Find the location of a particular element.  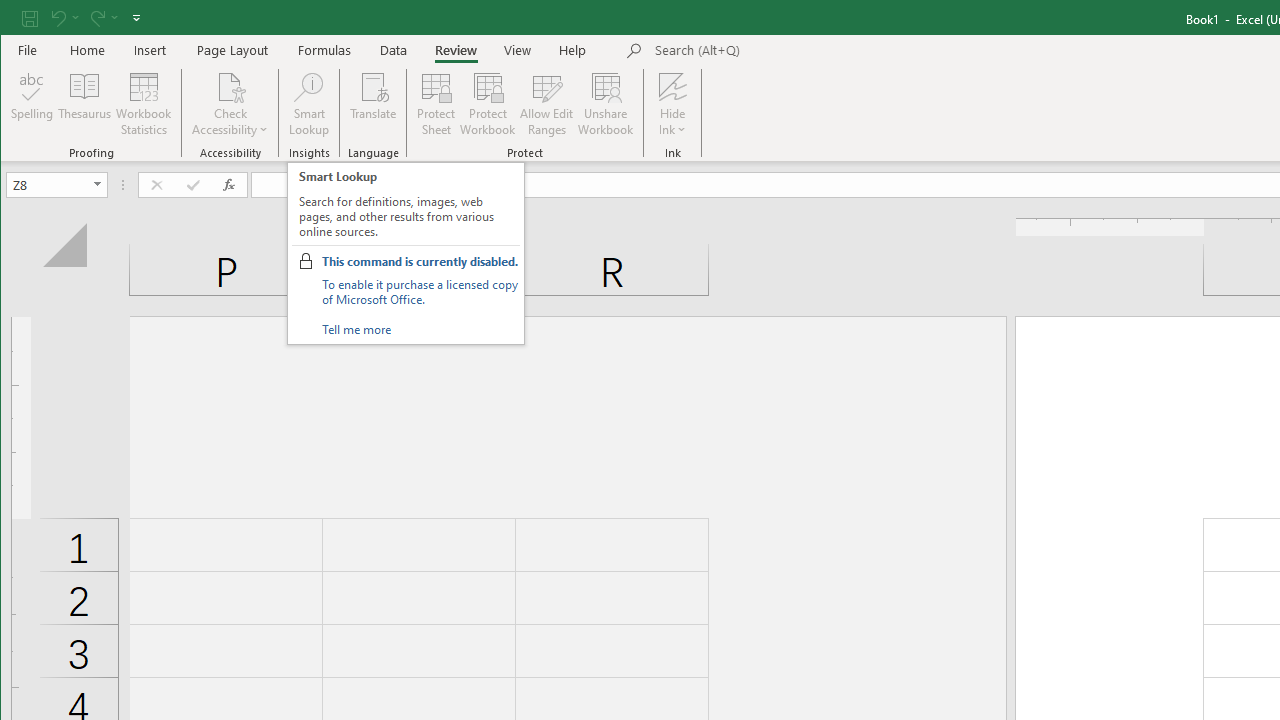

'Thesaurus...' is located at coordinates (84, 104).